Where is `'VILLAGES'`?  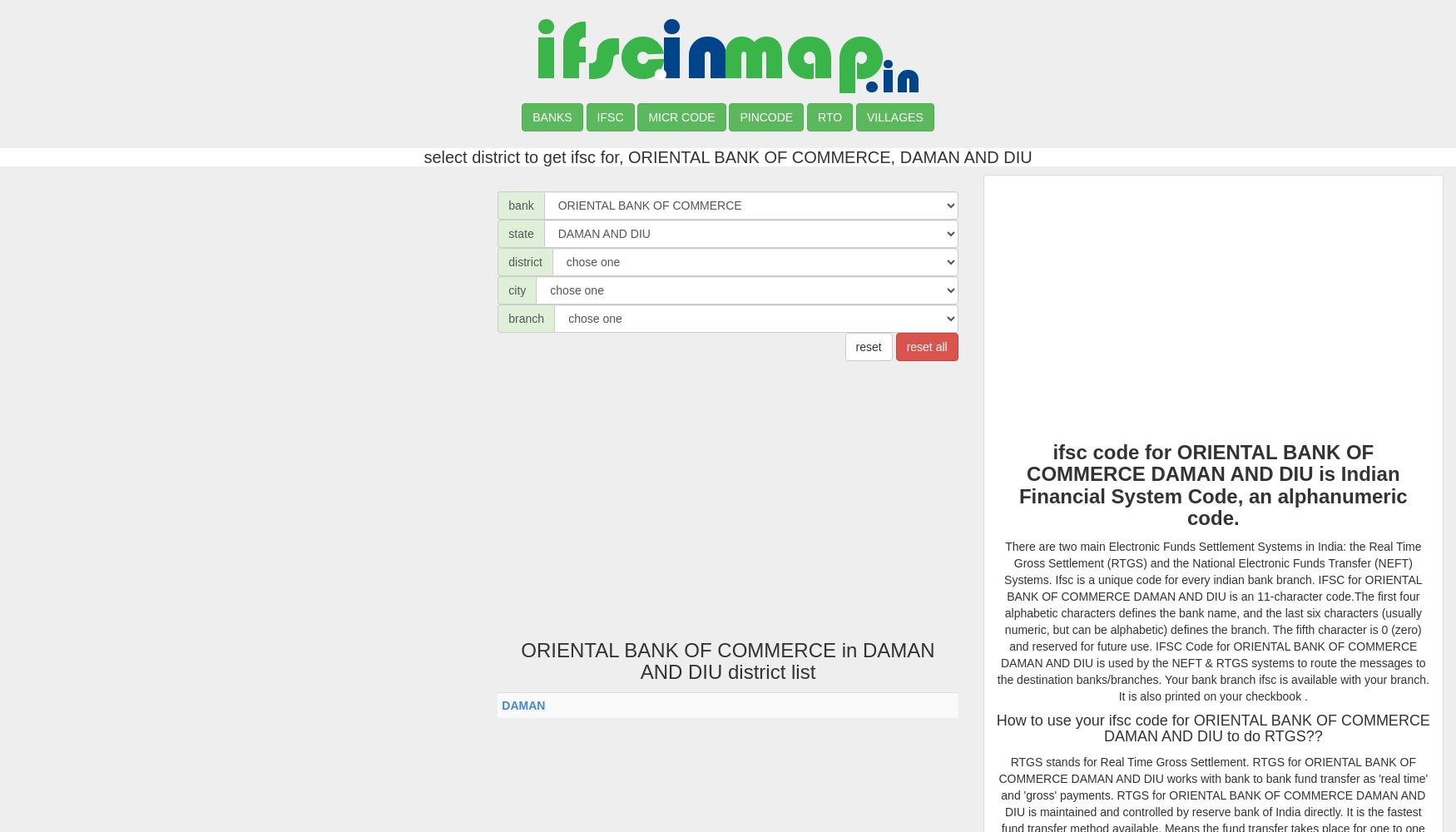
'VILLAGES' is located at coordinates (894, 117).